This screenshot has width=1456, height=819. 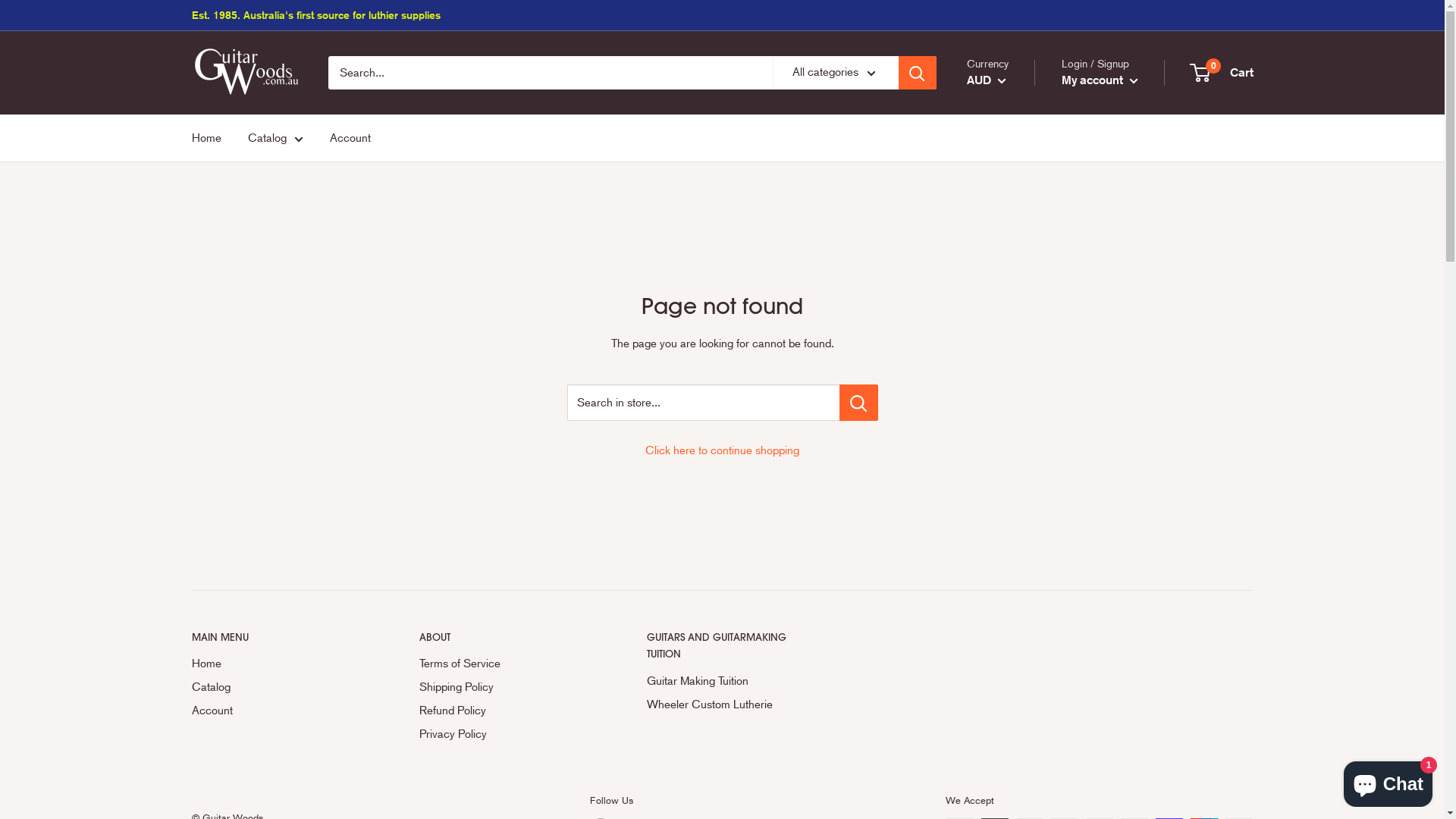 What do you see at coordinates (506, 663) in the screenshot?
I see `'Terms of Service'` at bounding box center [506, 663].